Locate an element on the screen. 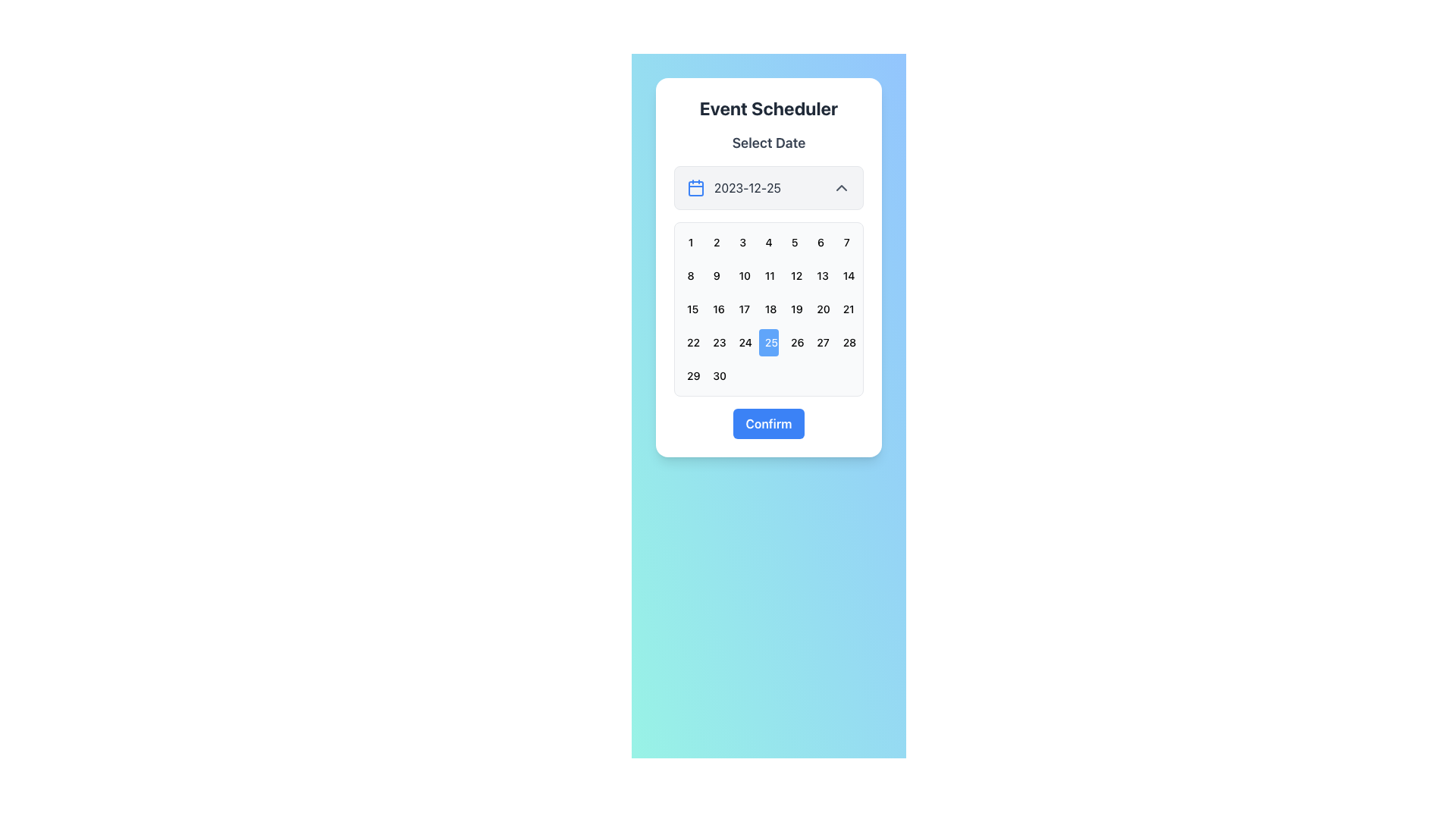 The height and width of the screenshot is (819, 1456). the calendar button representing the 22nd day, located is located at coordinates (690, 342).